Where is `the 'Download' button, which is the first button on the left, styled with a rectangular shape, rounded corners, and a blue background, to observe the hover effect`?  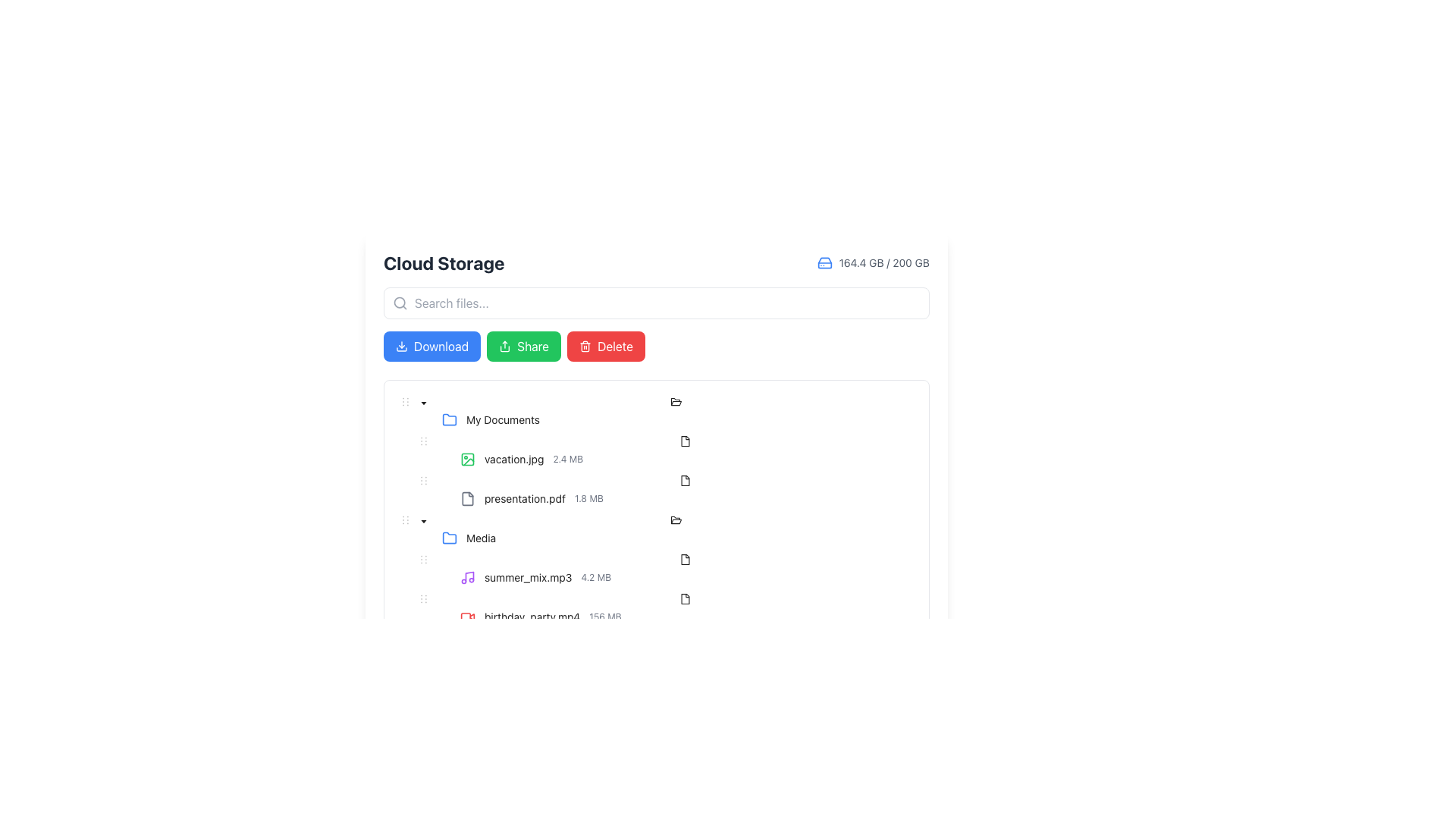
the 'Download' button, which is the first button on the left, styled with a rectangular shape, rounded corners, and a blue background, to observe the hover effect is located at coordinates (431, 346).